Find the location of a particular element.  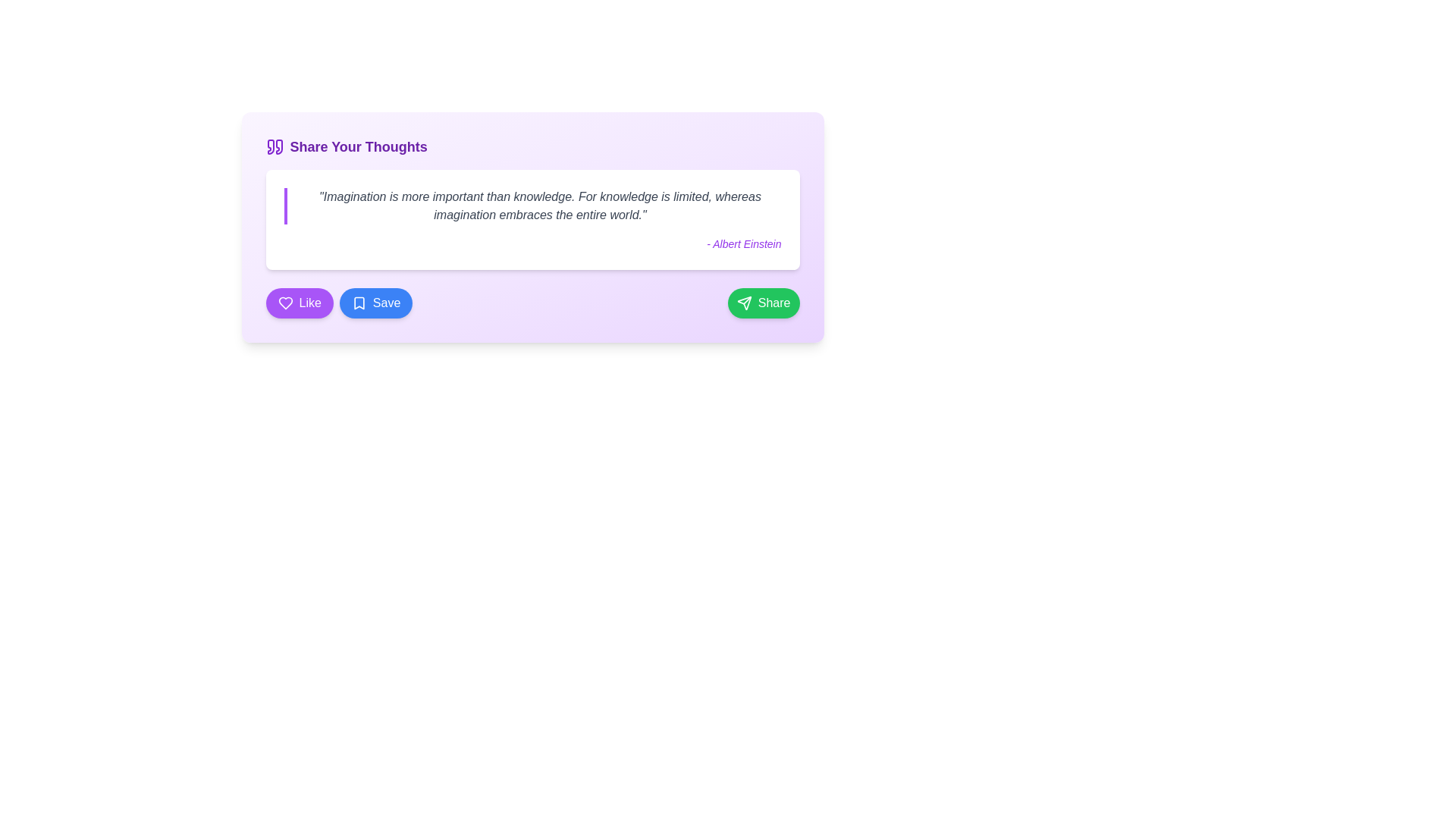

the icon located at the top-left corner of the card section with a purple background is located at coordinates (275, 146).